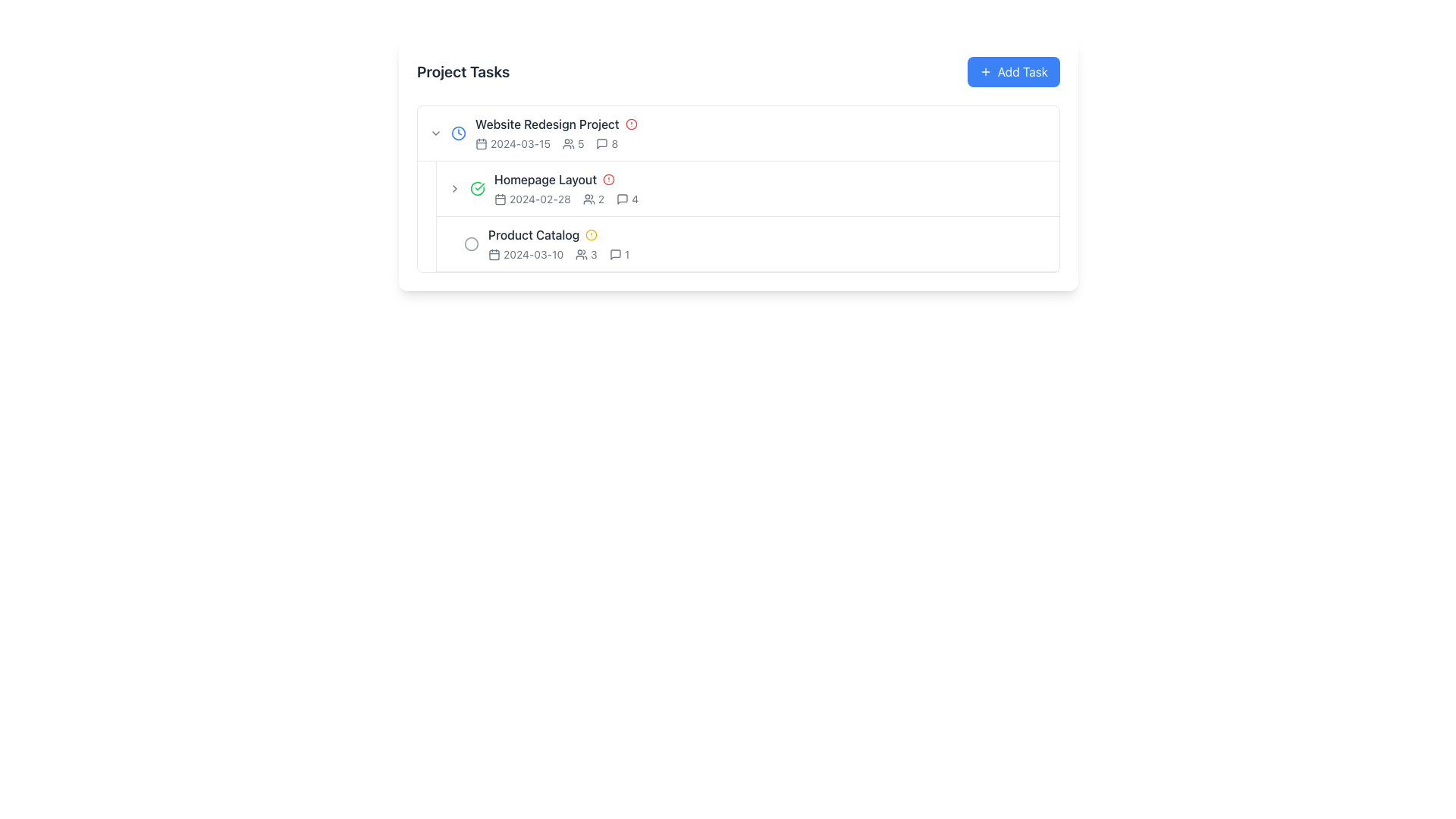 This screenshot has height=819, width=1456. Describe the element at coordinates (573, 143) in the screenshot. I see `the second '5' numeral in the 'Website Redesign Project' row, which represents the count of individuals associated with the project` at that location.